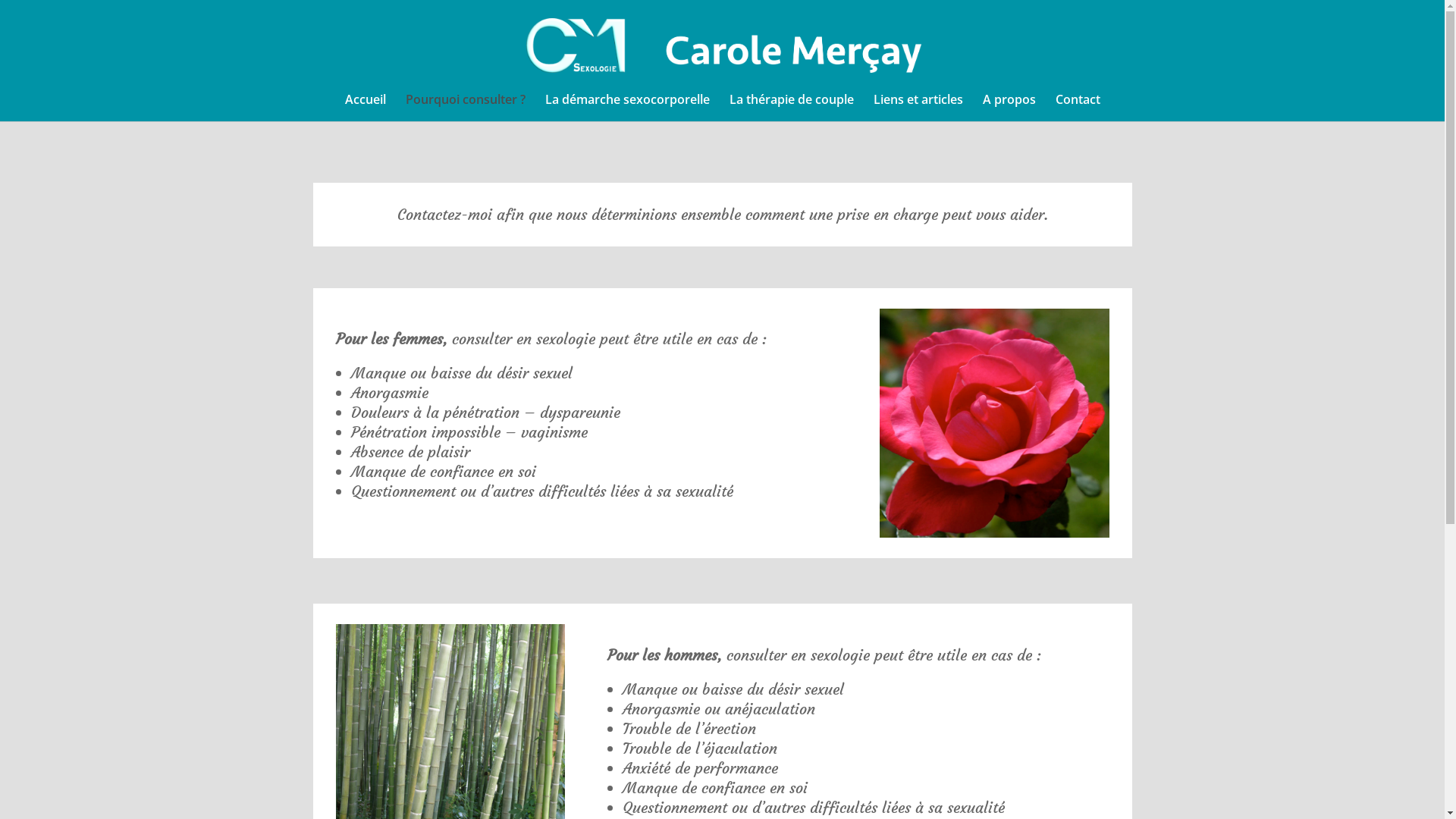 The image size is (1456, 819). What do you see at coordinates (344, 107) in the screenshot?
I see `'Accueil'` at bounding box center [344, 107].